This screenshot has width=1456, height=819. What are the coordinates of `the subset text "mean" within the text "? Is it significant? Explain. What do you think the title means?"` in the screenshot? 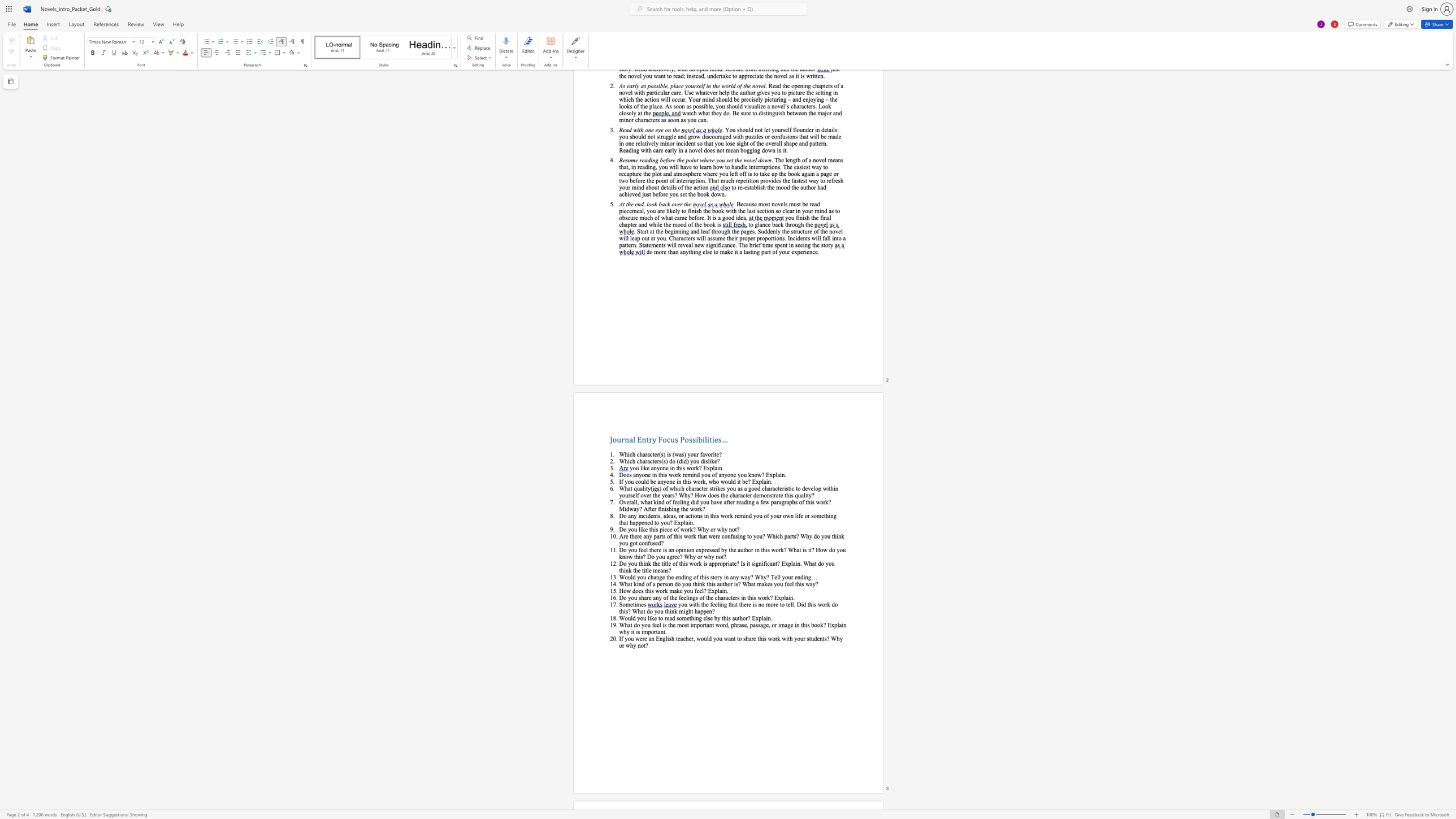 It's located at (653, 570).